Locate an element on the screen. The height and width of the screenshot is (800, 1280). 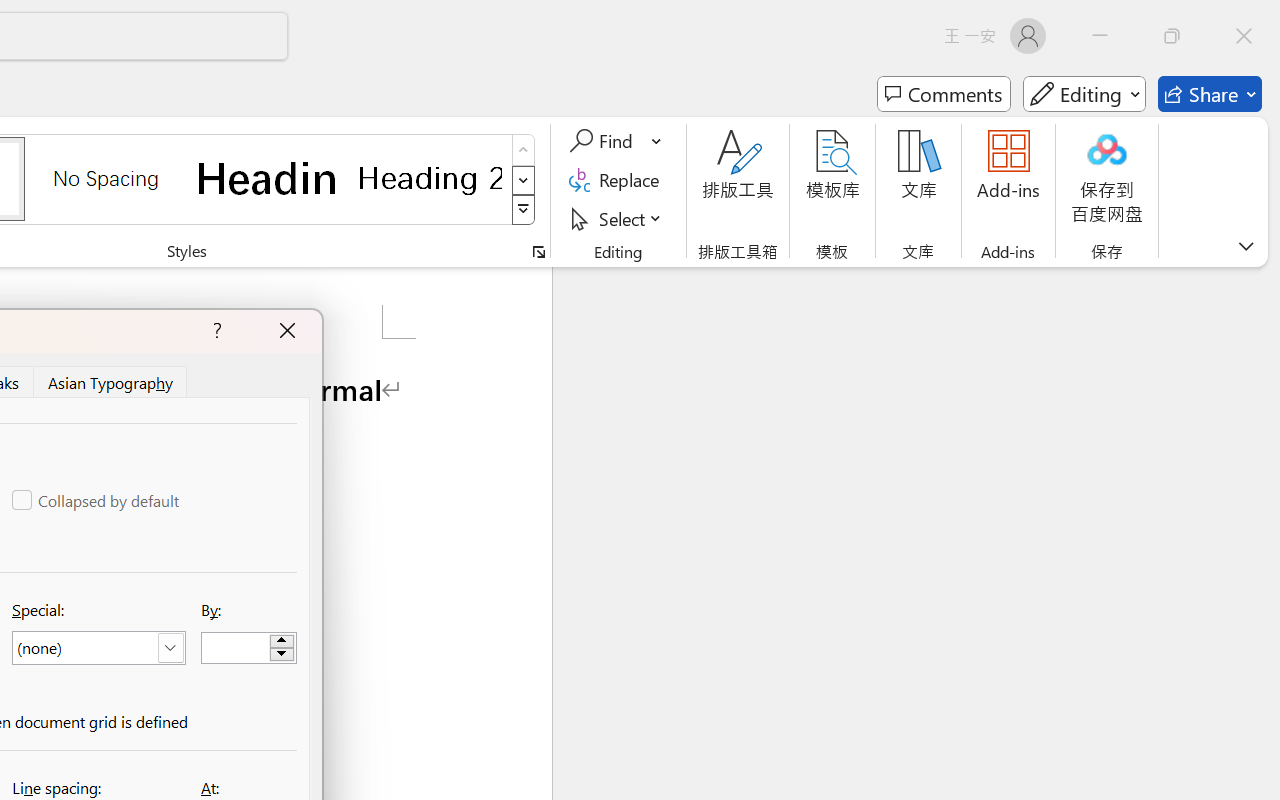
'Styles...' is located at coordinates (538, 251).